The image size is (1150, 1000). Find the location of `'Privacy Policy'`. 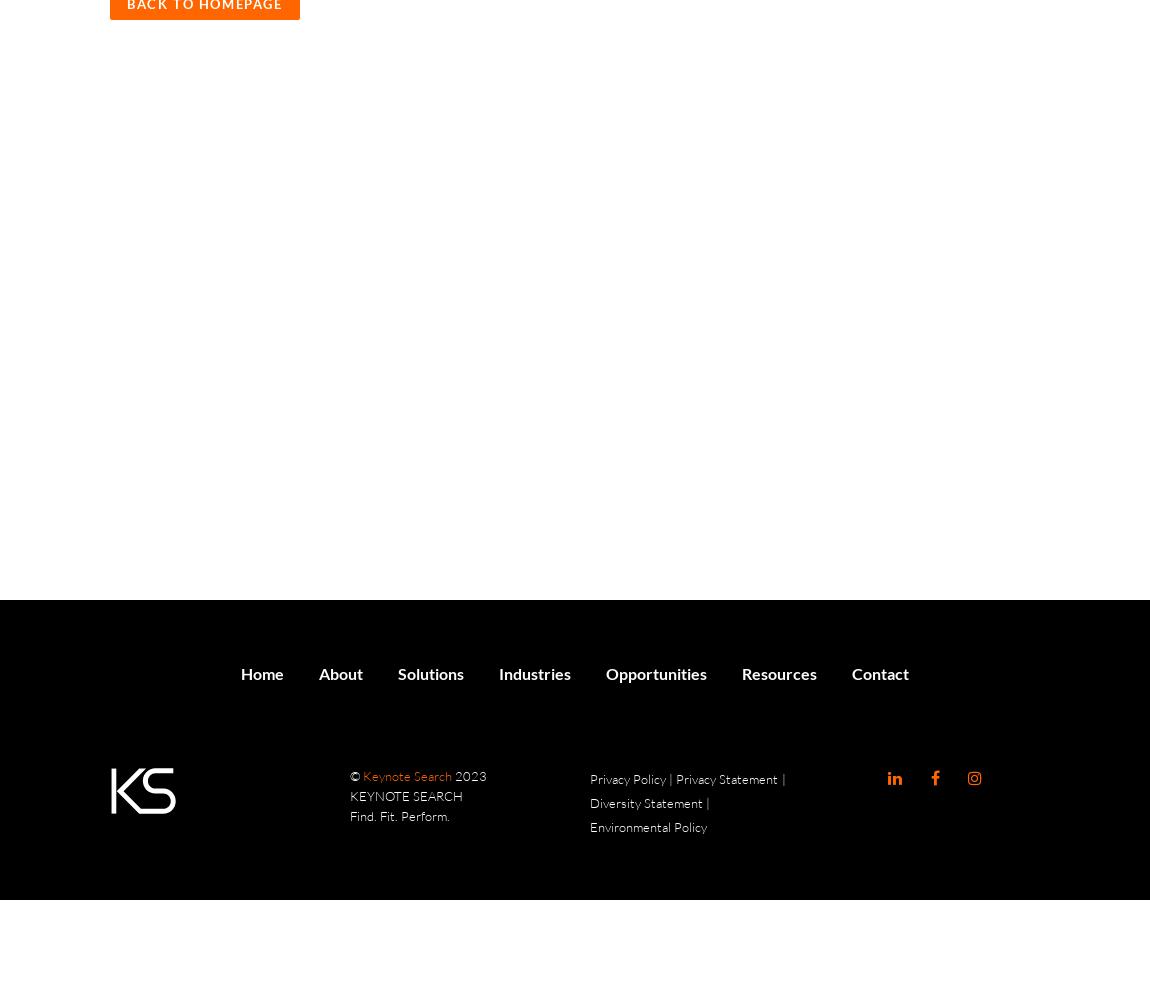

'Privacy Policy' is located at coordinates (588, 779).